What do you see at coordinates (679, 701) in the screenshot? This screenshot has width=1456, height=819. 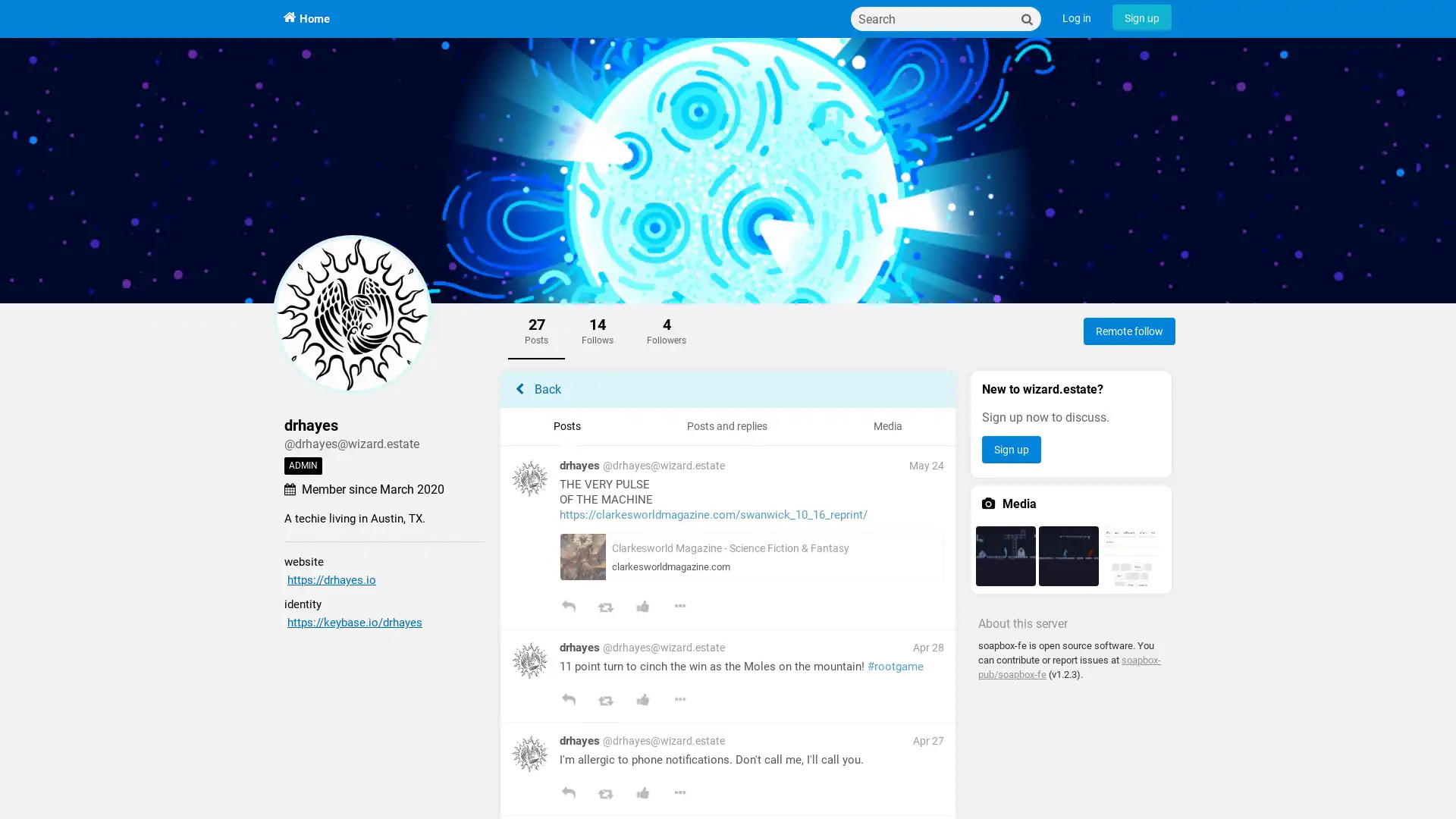 I see `More` at bounding box center [679, 701].